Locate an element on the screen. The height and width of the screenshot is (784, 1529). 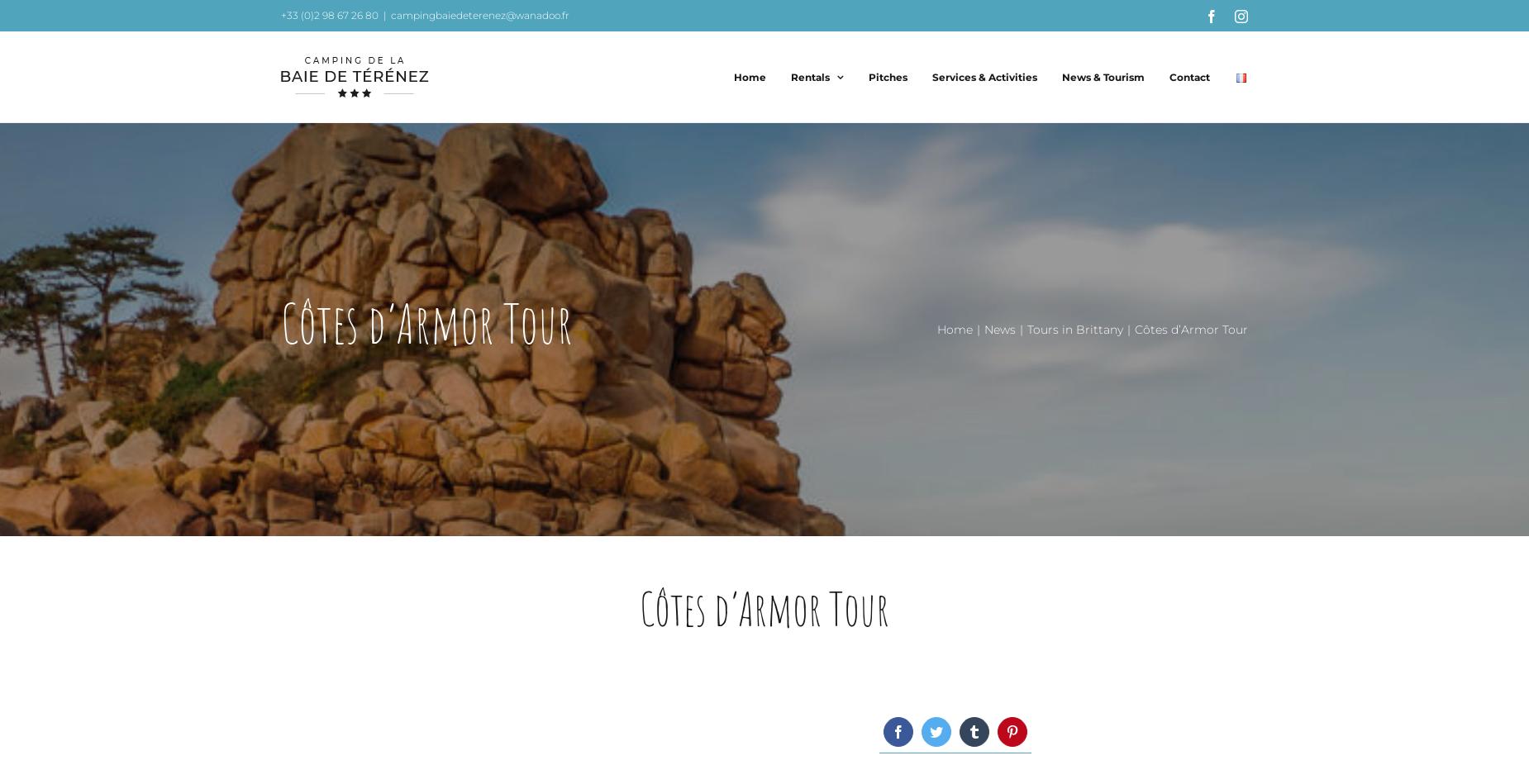
'Loggia 2' is located at coordinates (806, 293).